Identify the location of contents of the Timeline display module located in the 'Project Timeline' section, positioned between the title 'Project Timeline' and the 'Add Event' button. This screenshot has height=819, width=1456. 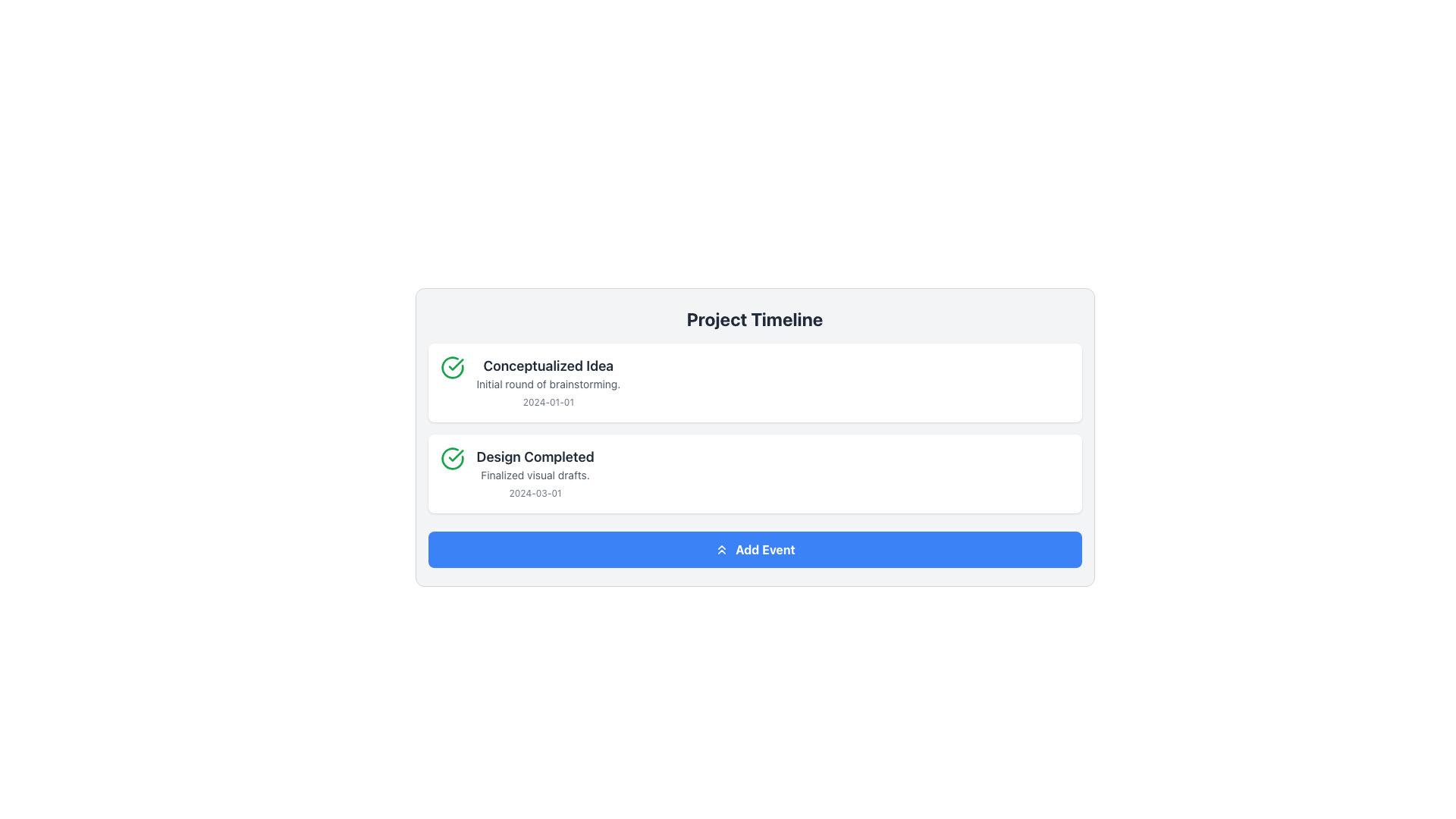
(755, 428).